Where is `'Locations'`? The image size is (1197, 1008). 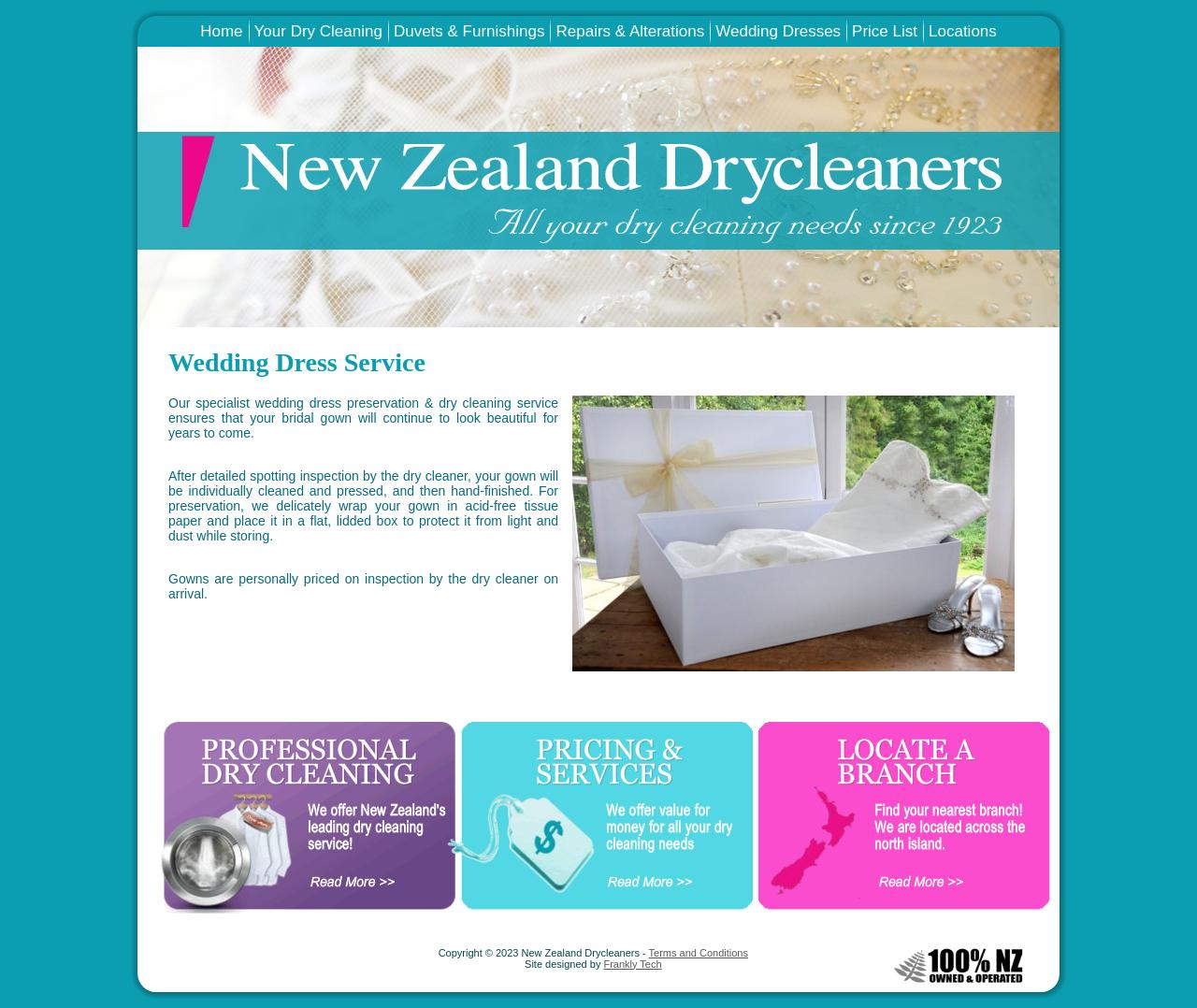
'Locations' is located at coordinates (961, 30).